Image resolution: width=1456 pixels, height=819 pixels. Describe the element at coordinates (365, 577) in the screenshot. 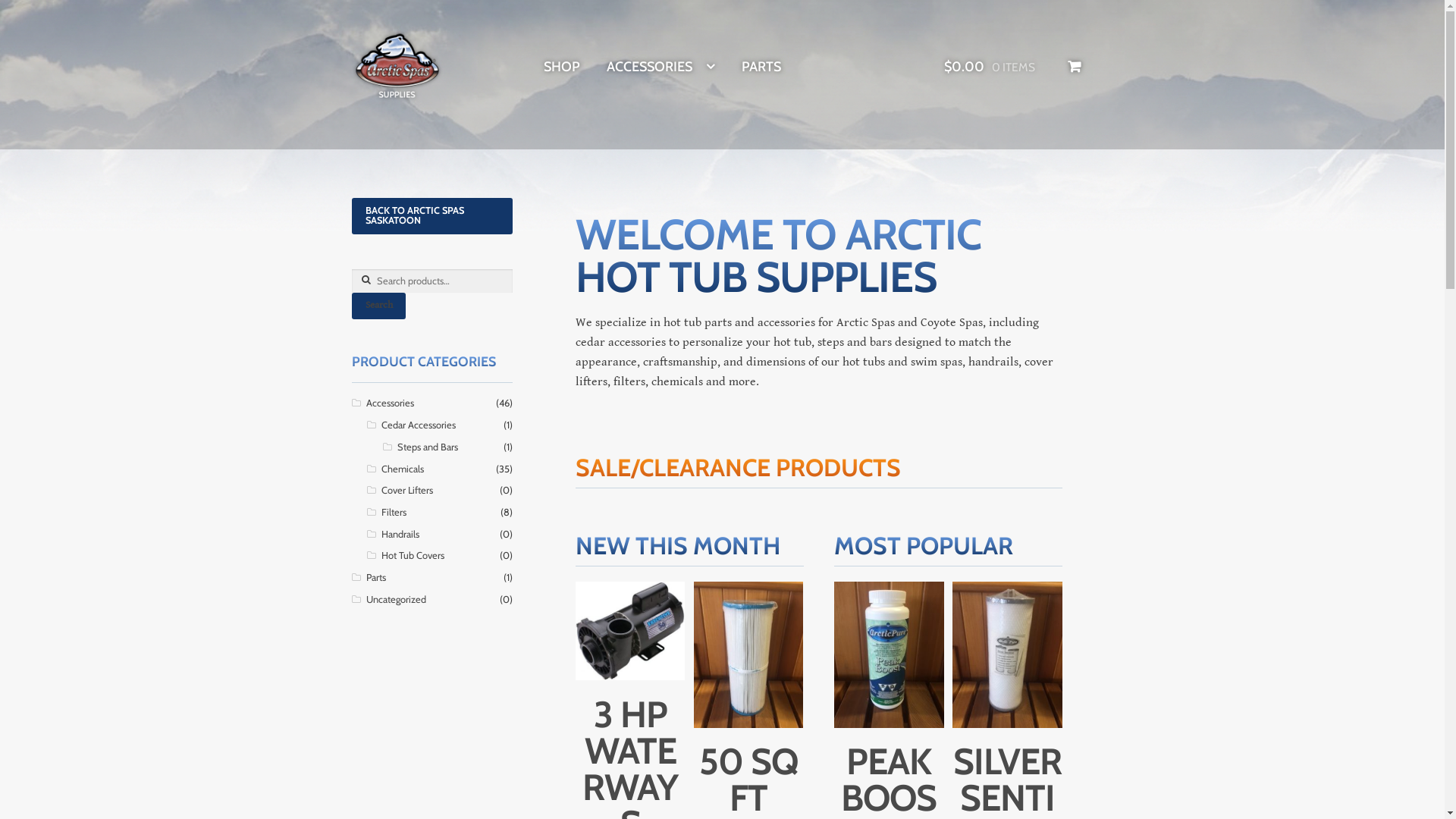

I see `'Parts'` at that location.